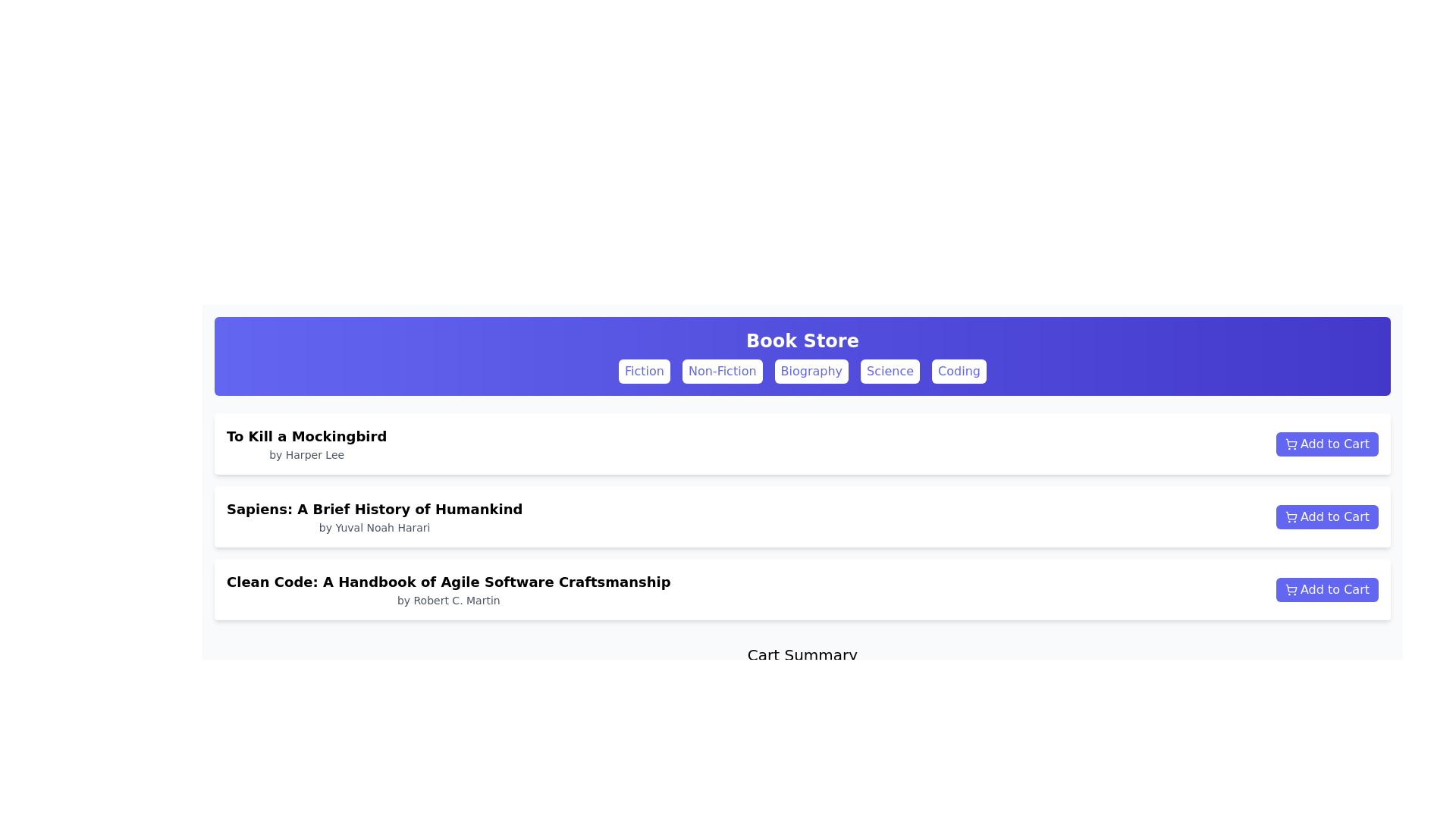 The image size is (1456, 819). Describe the element at coordinates (721, 371) in the screenshot. I see `the 'Non-Fiction' category button located underneath the 'Book Store' title and to the right of the 'Fiction' button` at that location.